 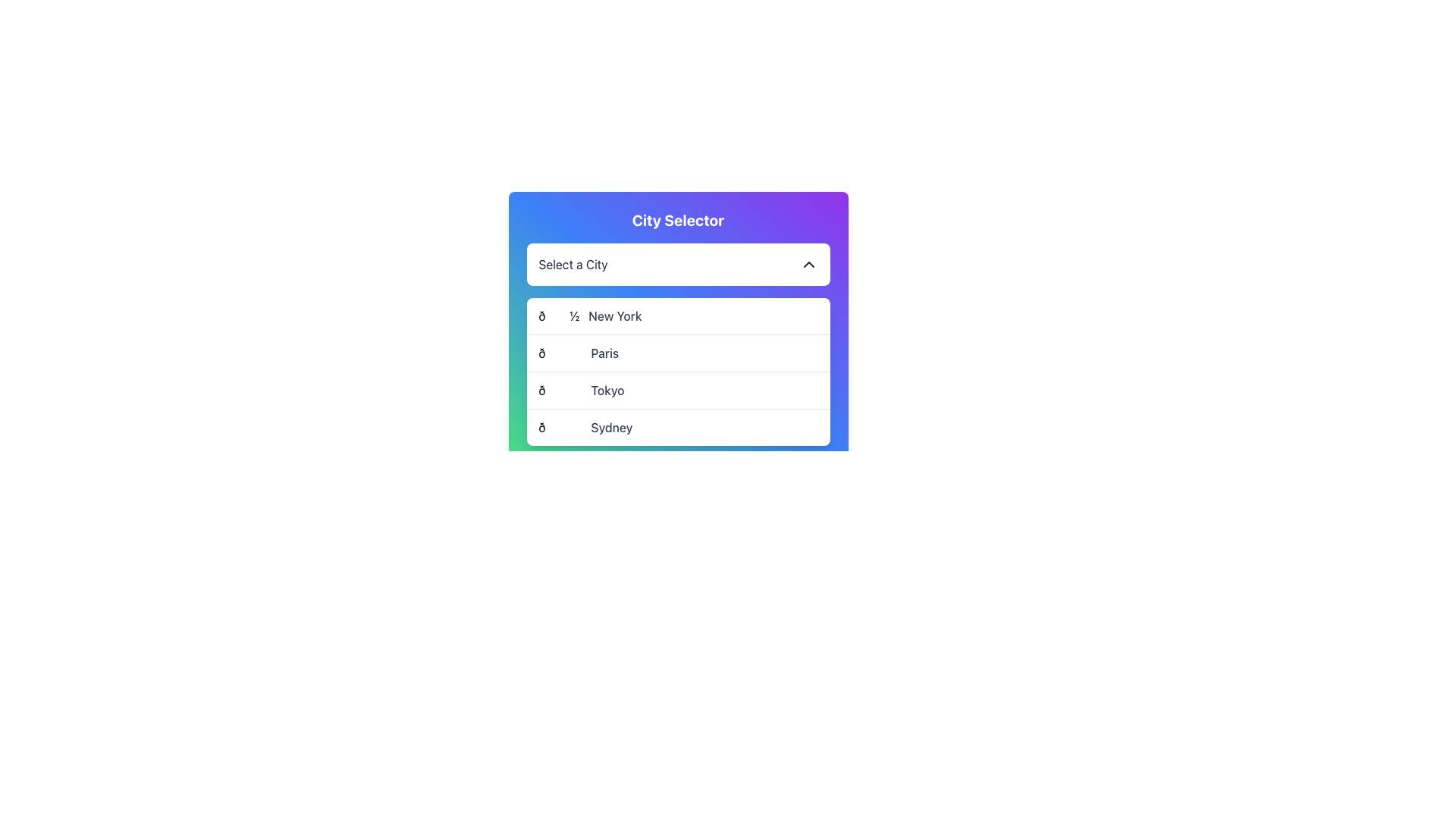 I want to click on the list item displaying '📷 New York' in the City Selector dropdown, so click(x=589, y=315).